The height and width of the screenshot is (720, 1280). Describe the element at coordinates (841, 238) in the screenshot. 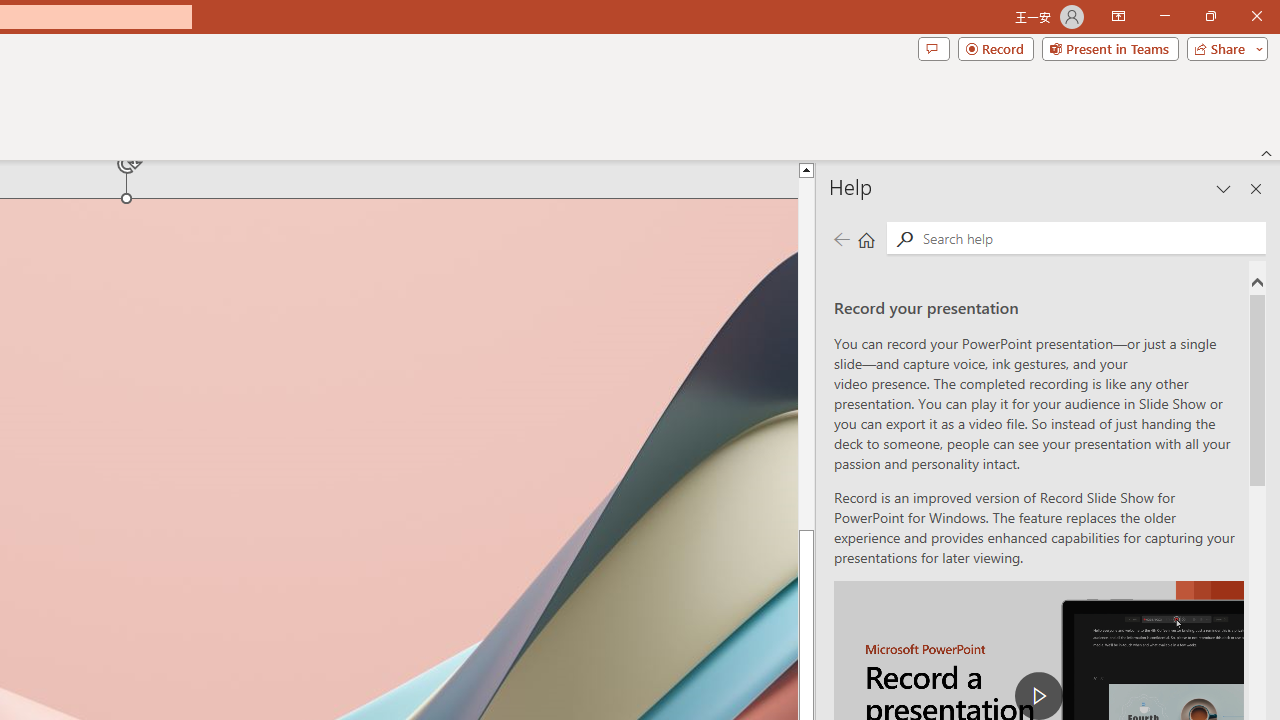

I see `'Previous page'` at that location.